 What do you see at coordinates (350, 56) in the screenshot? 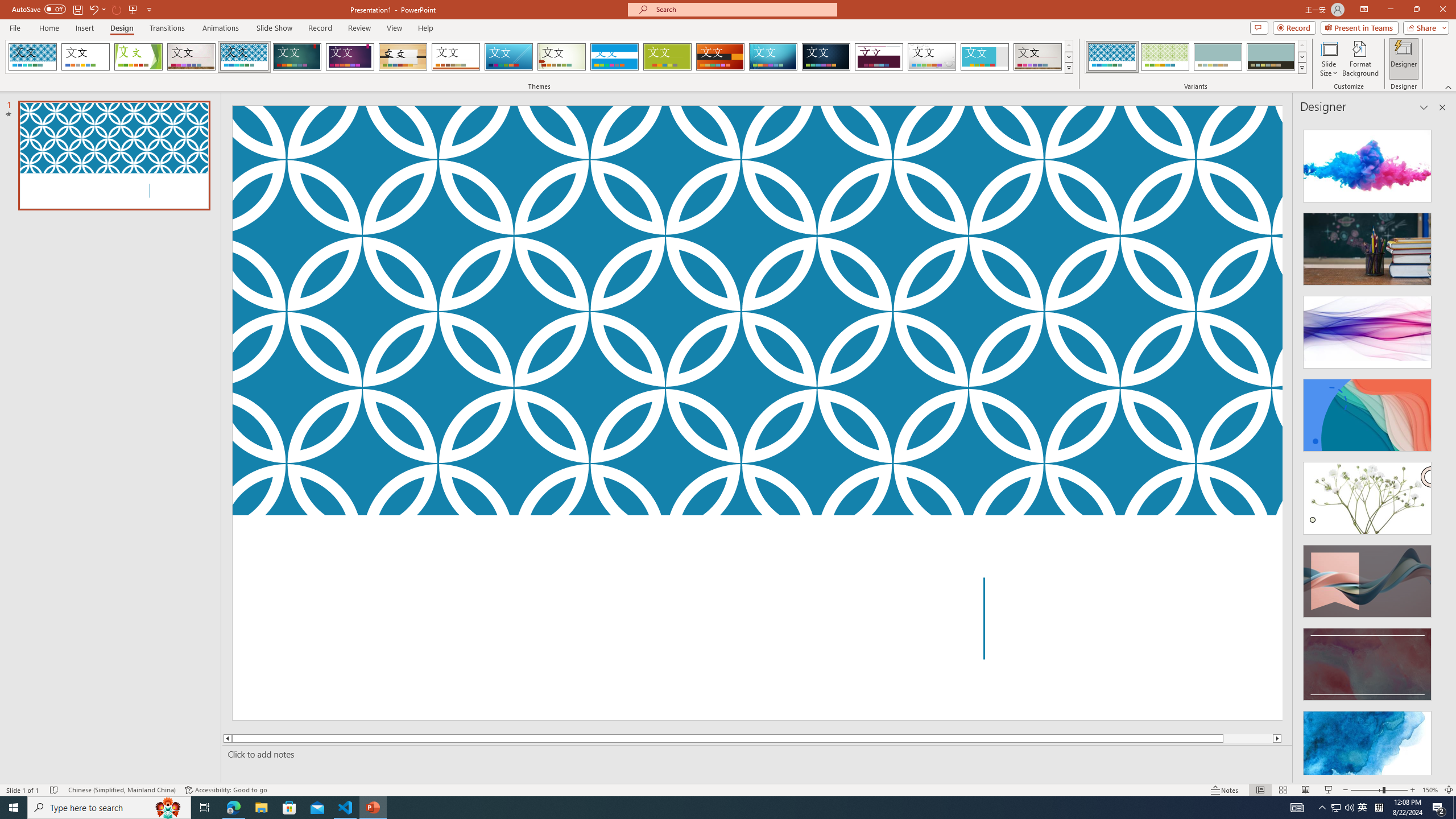
I see `'Ion Boardroom Loading Preview...'` at bounding box center [350, 56].